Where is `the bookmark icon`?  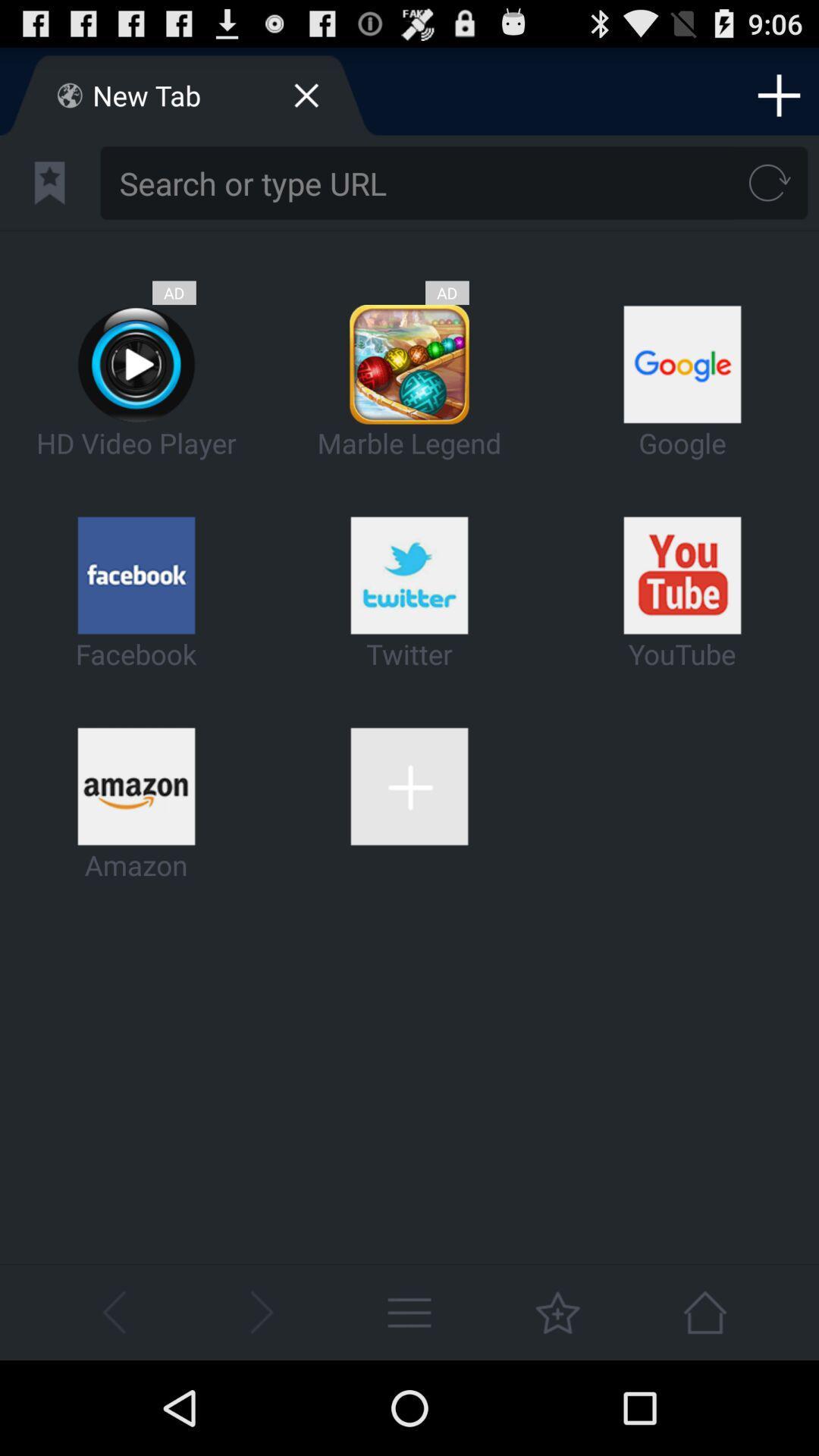 the bookmark icon is located at coordinates (49, 195).